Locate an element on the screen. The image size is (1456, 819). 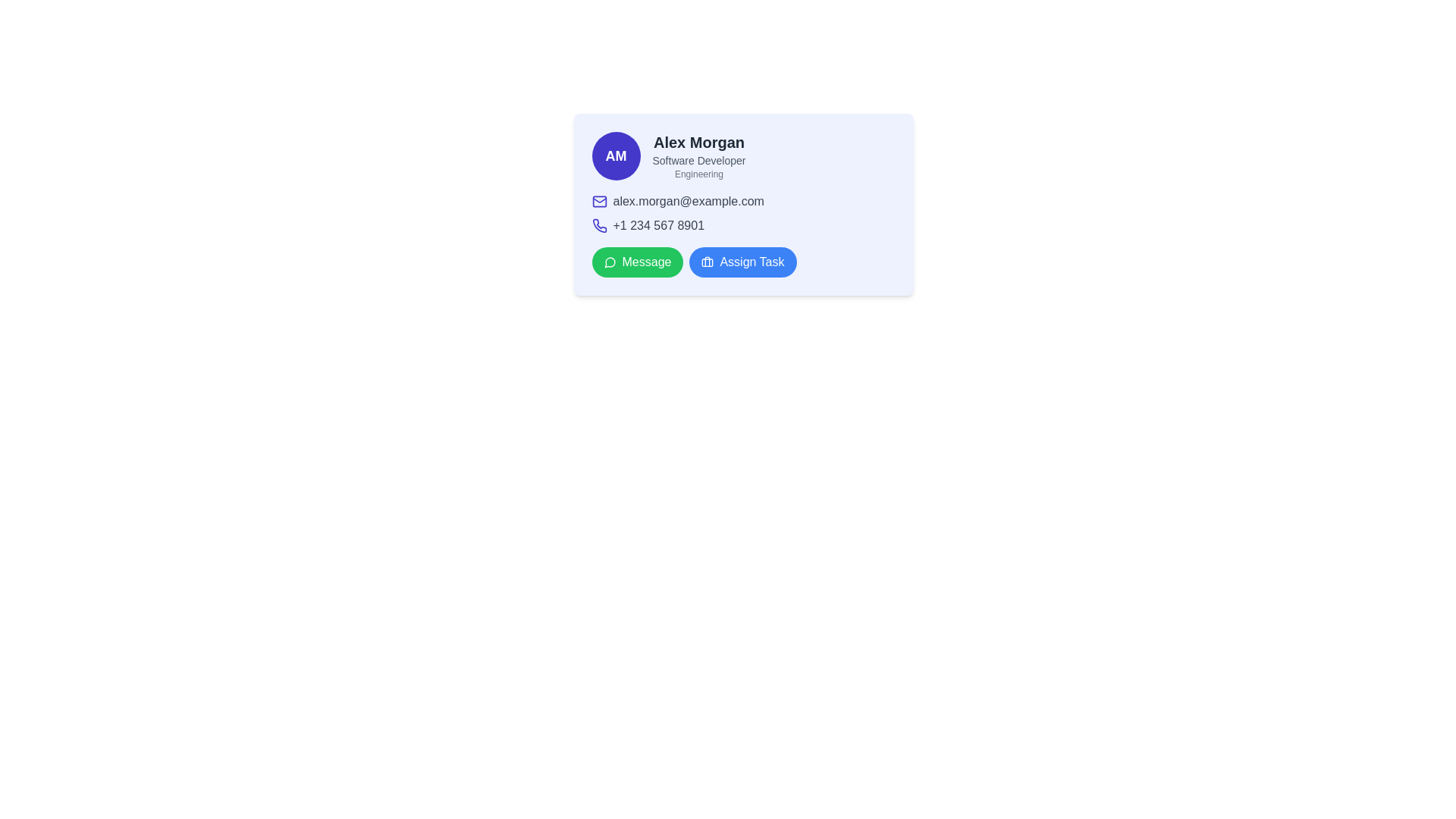
the circular speech bubble icon with a green stroke located to the left of the 'Message' button in the bottom-left corner of the card-like interface is located at coordinates (610, 262).